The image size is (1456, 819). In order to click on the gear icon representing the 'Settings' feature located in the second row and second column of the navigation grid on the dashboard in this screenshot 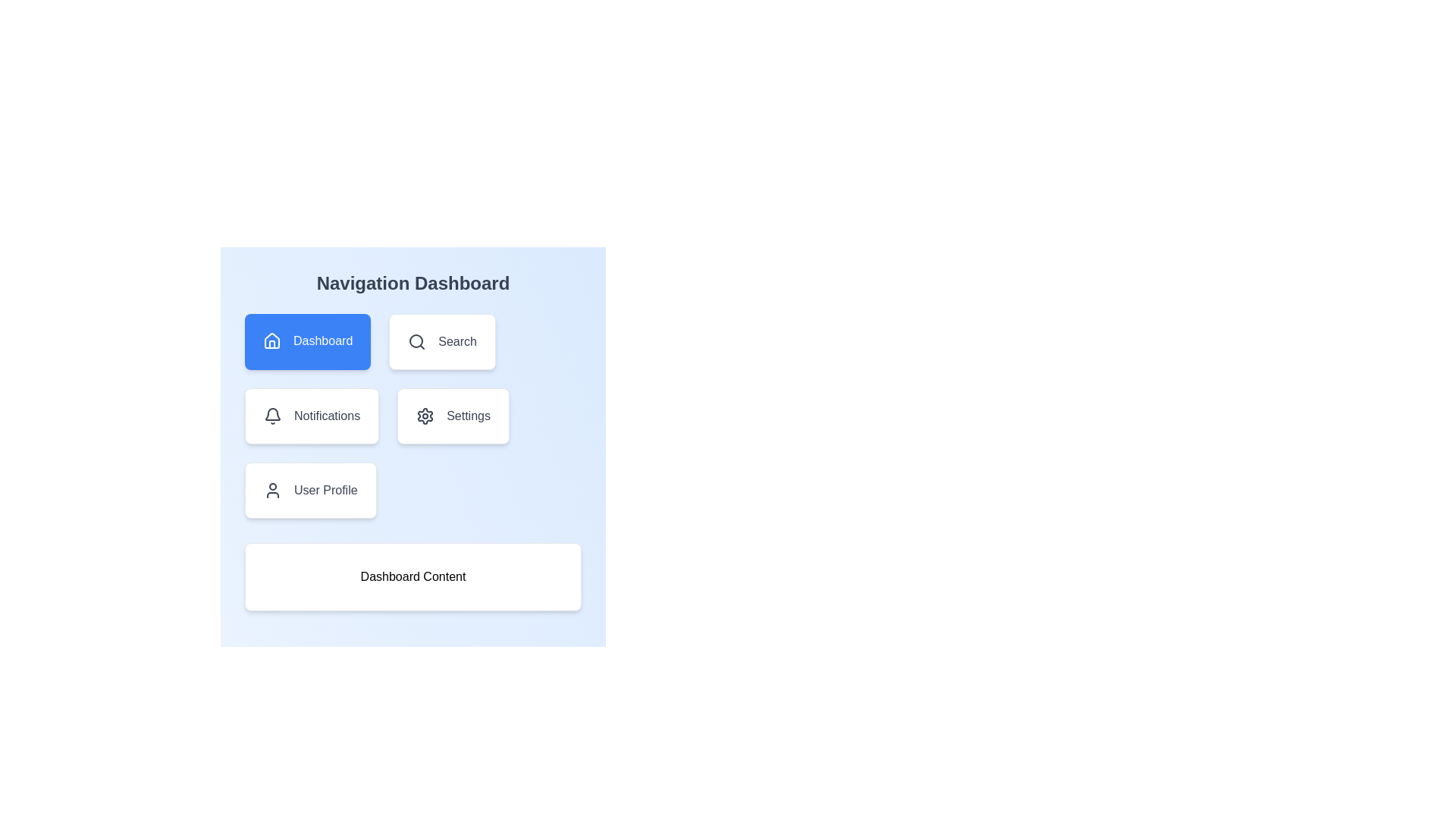, I will do `click(425, 416)`.